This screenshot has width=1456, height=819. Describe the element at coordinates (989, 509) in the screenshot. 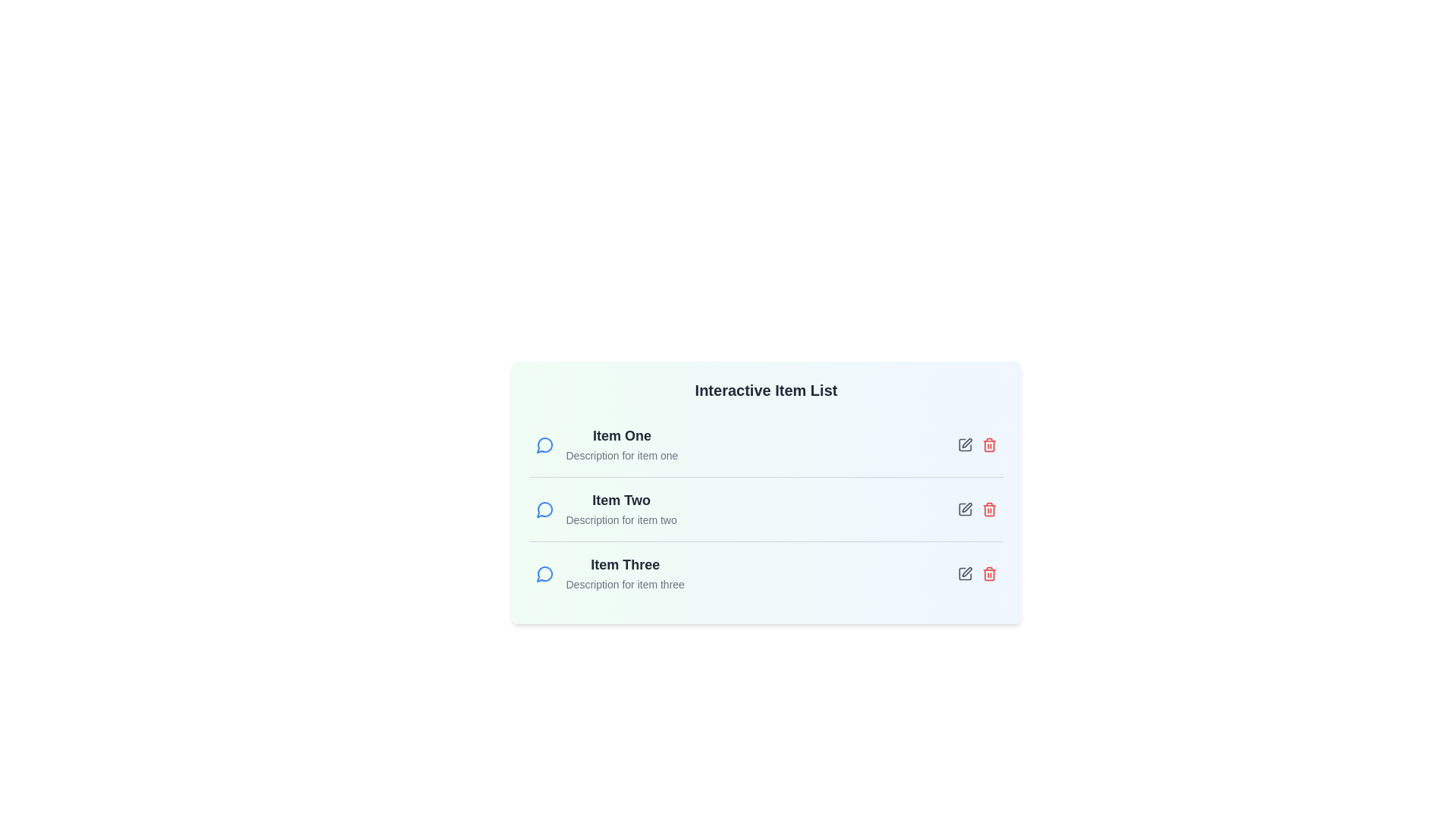

I see `the delete icon for the item Item Two` at that location.